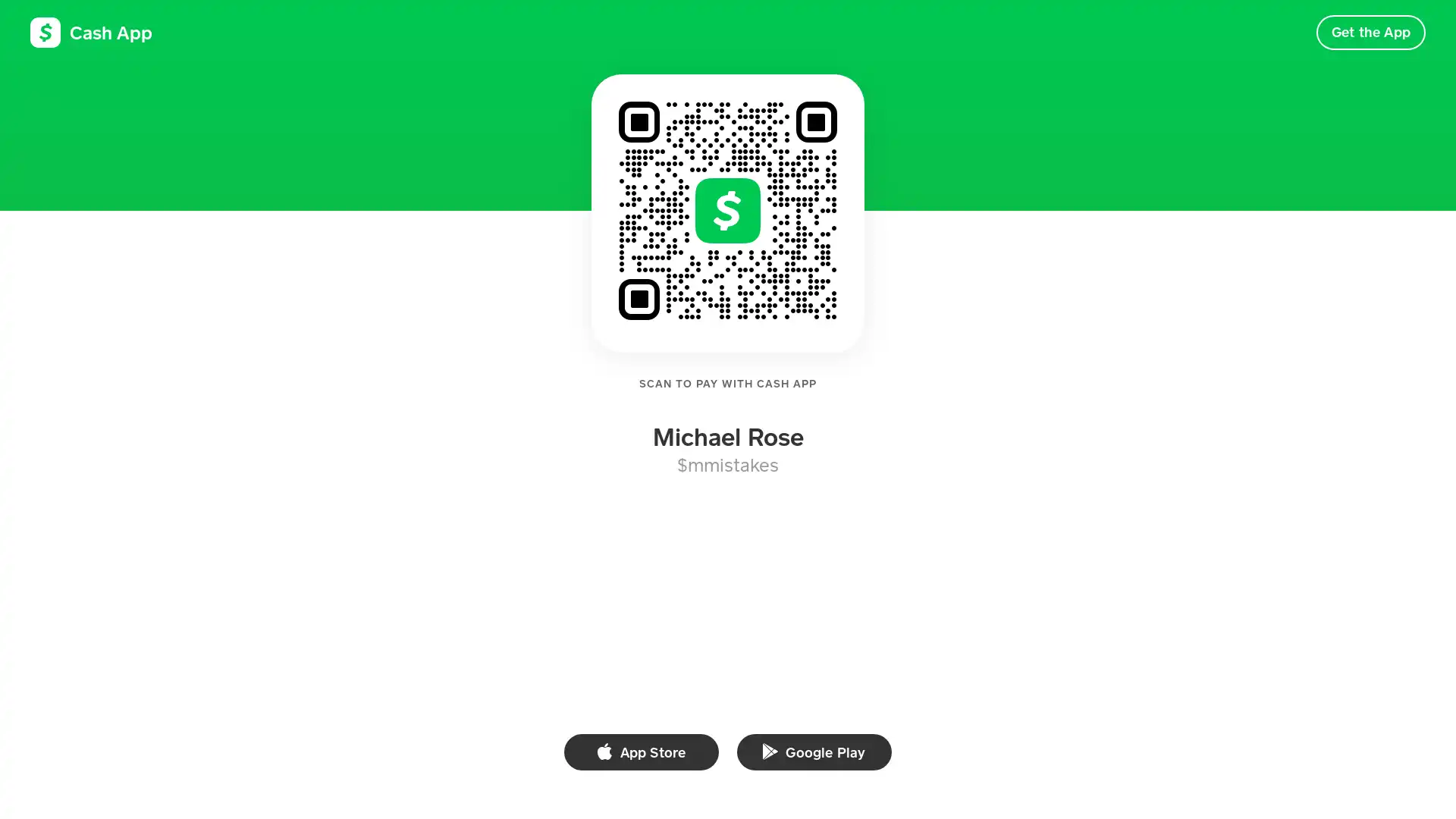  Describe the element at coordinates (1370, 32) in the screenshot. I see `Get the App` at that location.